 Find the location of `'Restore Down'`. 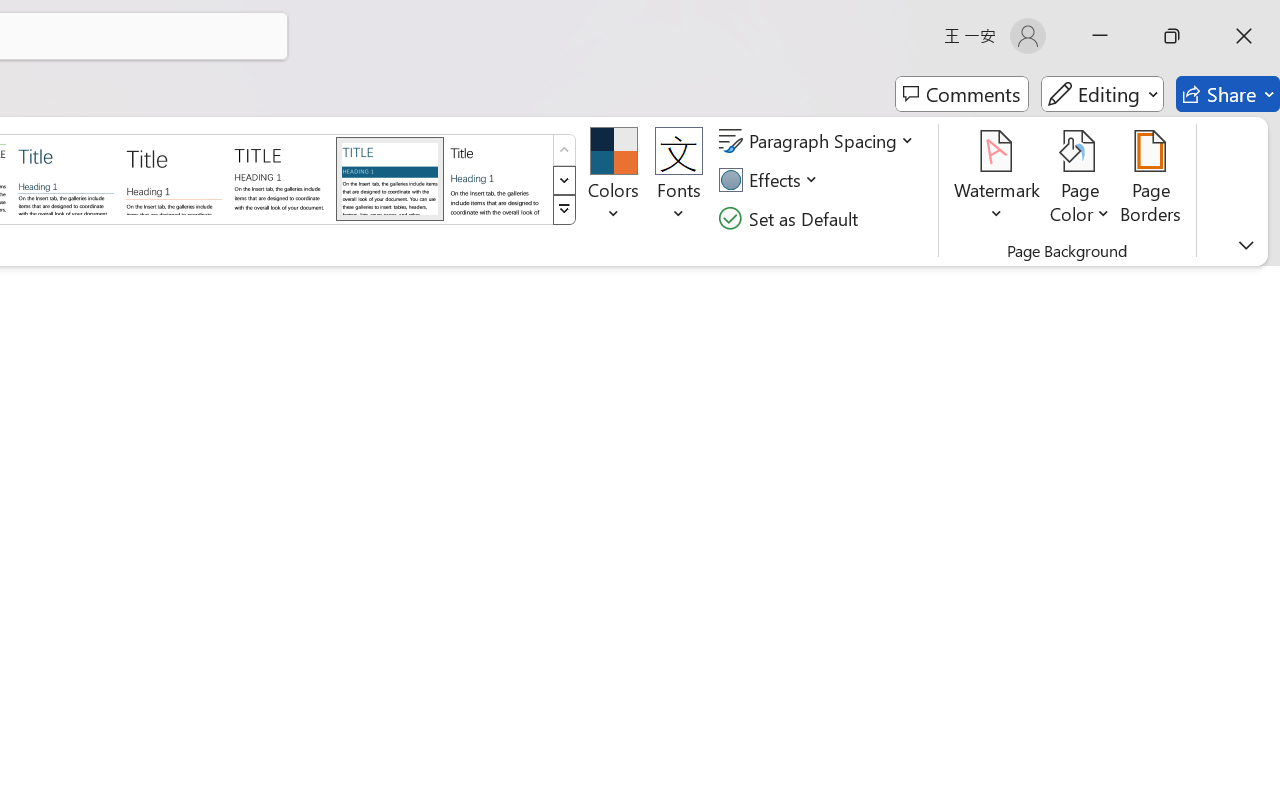

'Restore Down' is located at coordinates (1172, 35).